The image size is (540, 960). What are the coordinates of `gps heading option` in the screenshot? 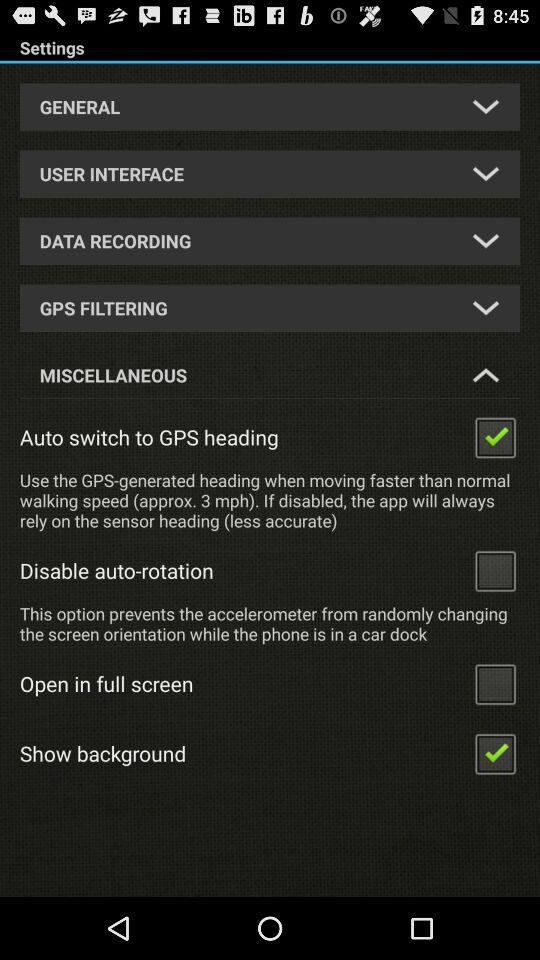 It's located at (494, 436).